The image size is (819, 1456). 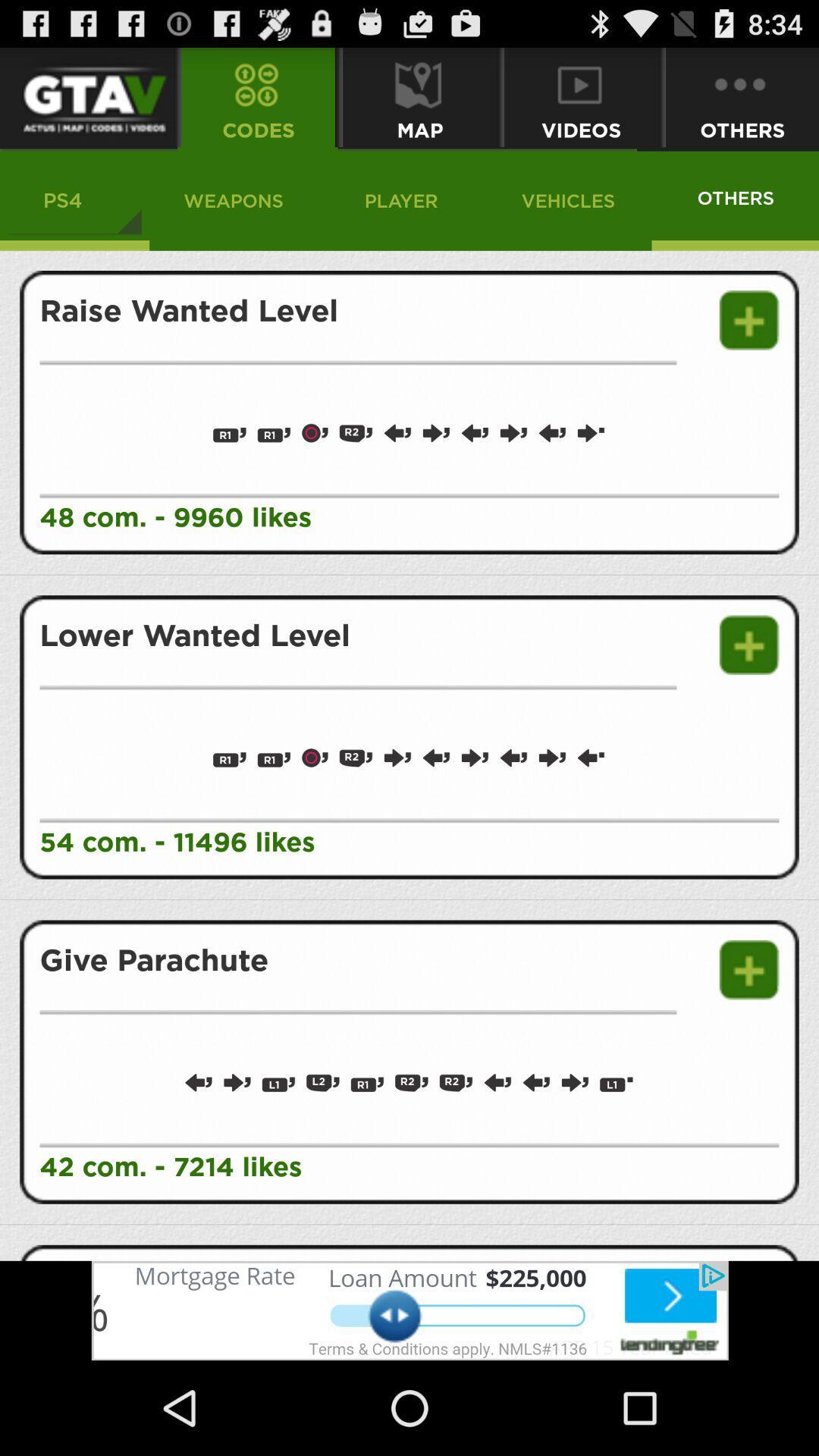 I want to click on gtav, so click(x=86, y=96).